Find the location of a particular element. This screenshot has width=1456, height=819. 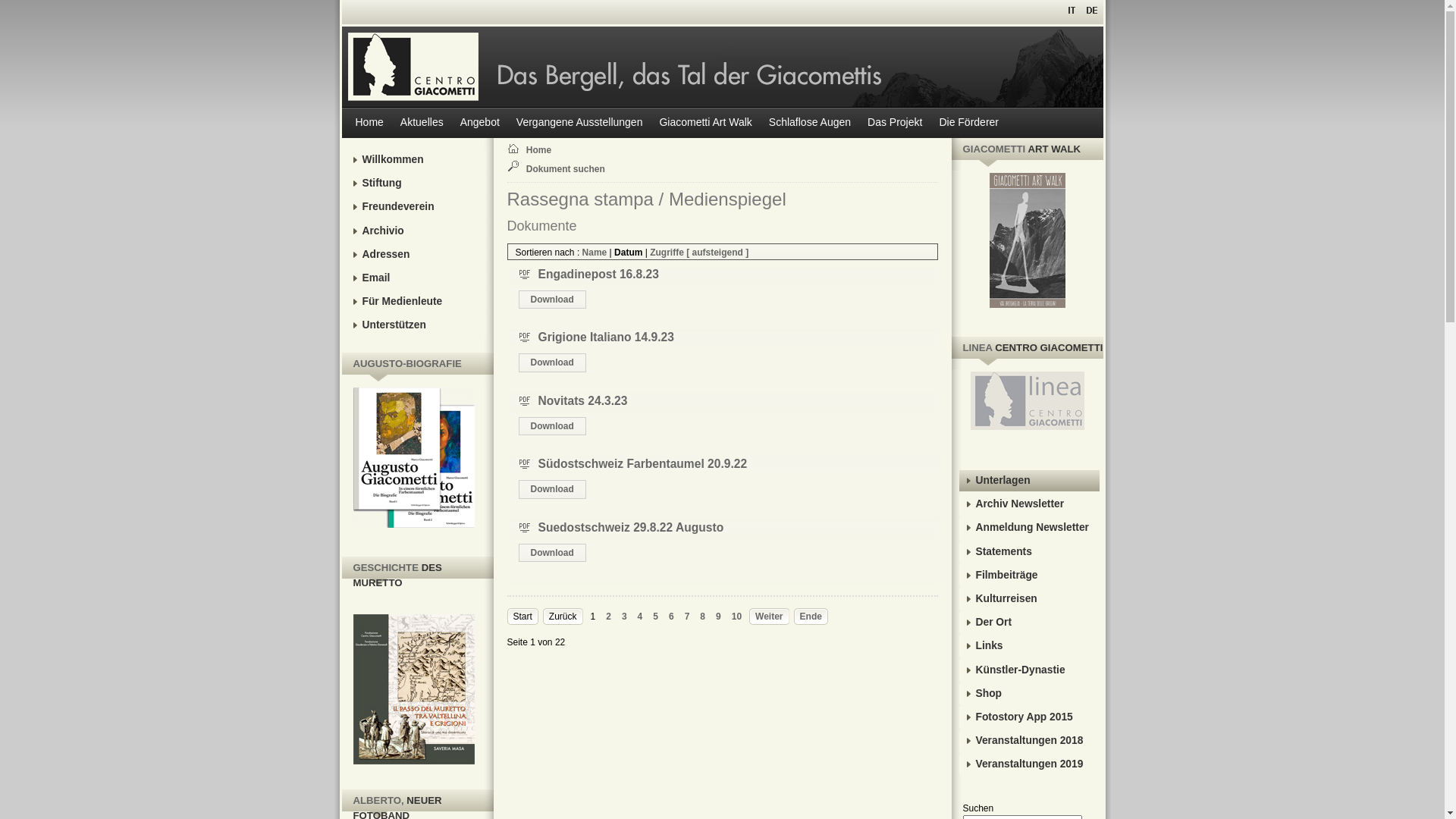

'Aktuelles' is located at coordinates (393, 121).